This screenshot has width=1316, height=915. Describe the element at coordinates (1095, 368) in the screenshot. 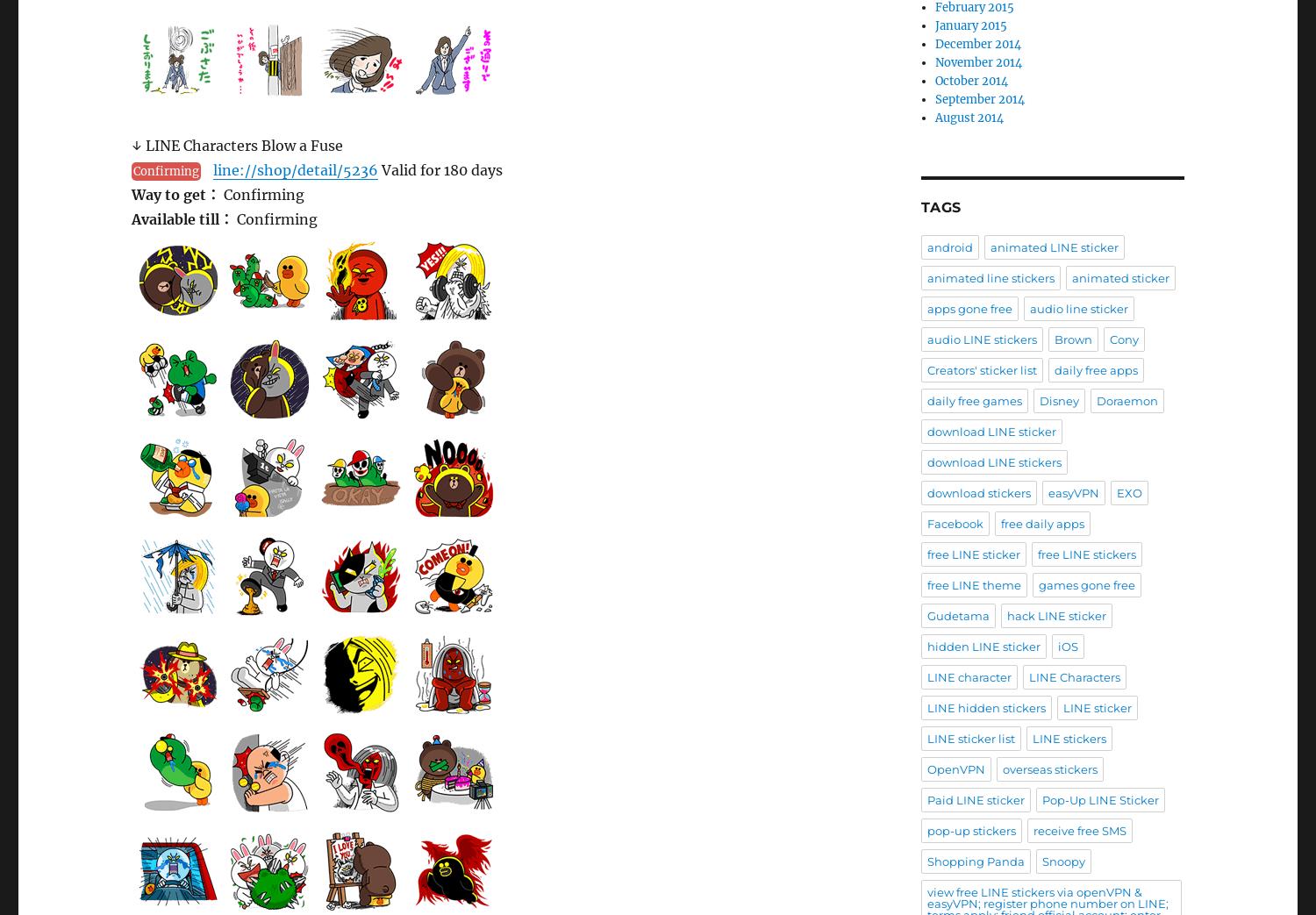

I see `'daily free apps'` at that location.